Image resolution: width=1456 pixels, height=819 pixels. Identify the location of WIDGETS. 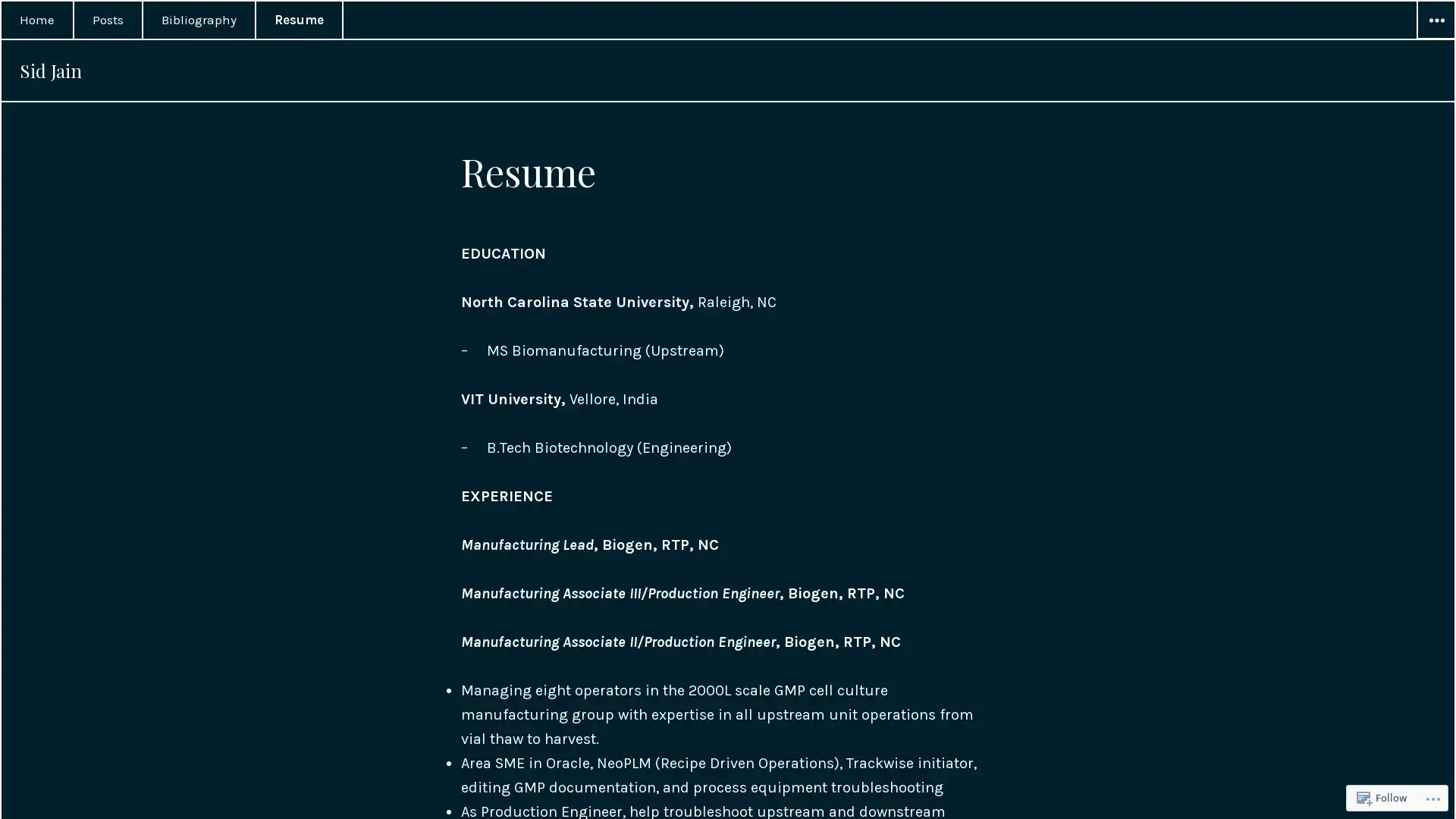
(1434, 20).